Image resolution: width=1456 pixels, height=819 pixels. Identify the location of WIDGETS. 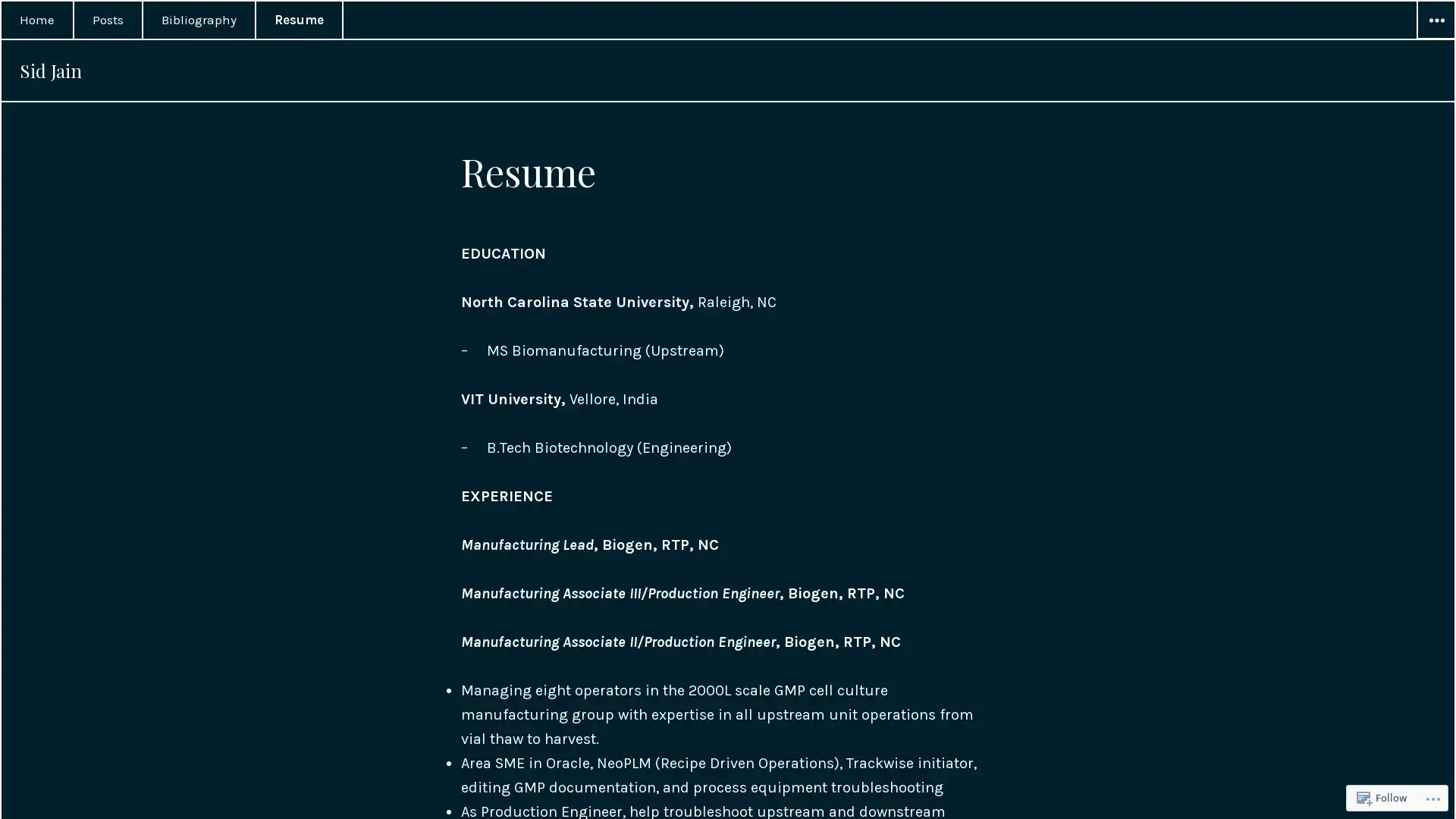
(1434, 20).